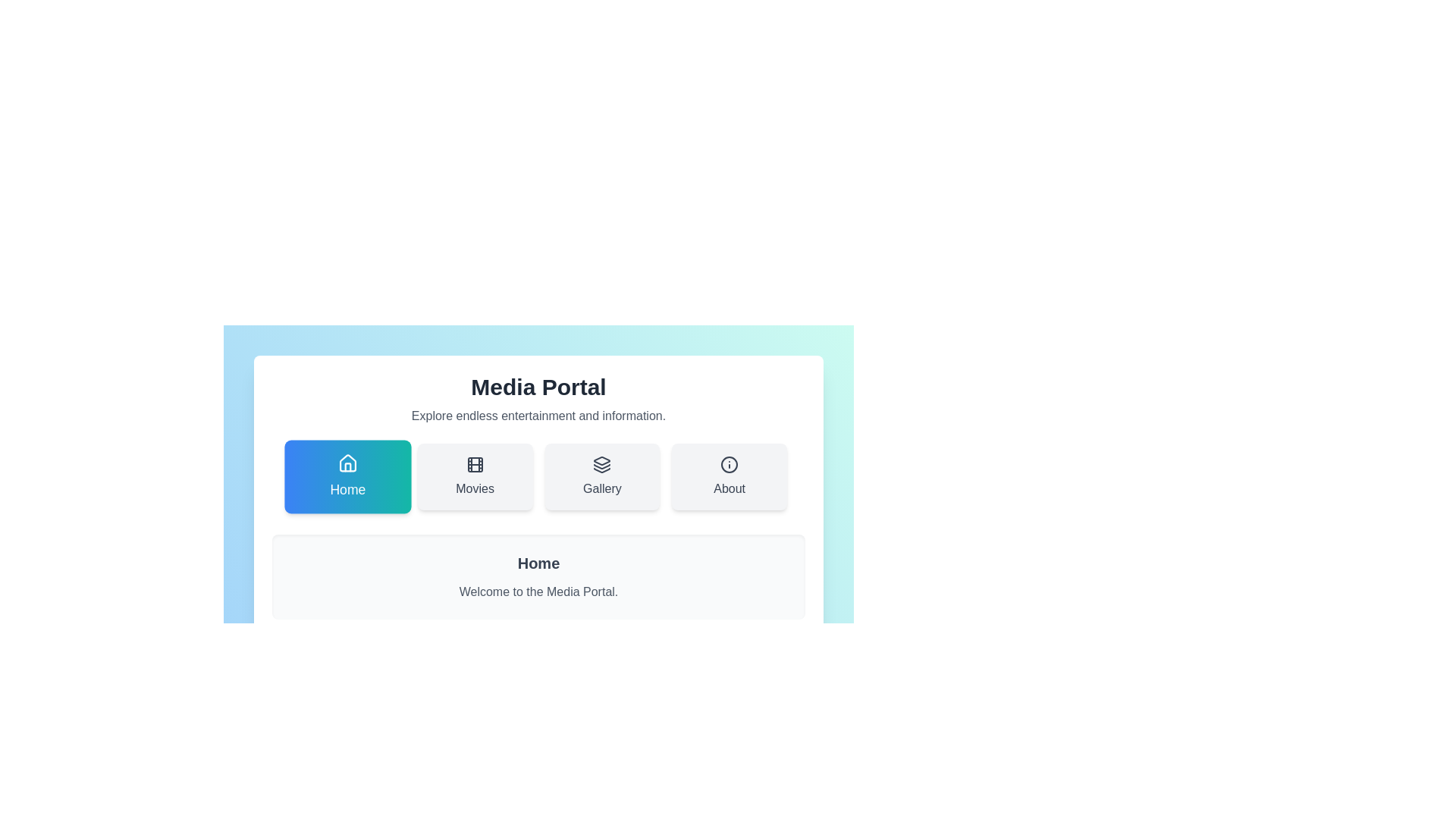 The height and width of the screenshot is (819, 1456). Describe the element at coordinates (346, 475) in the screenshot. I see `the 'Home' navigation button located at the top-left corner of the grid layout` at that location.